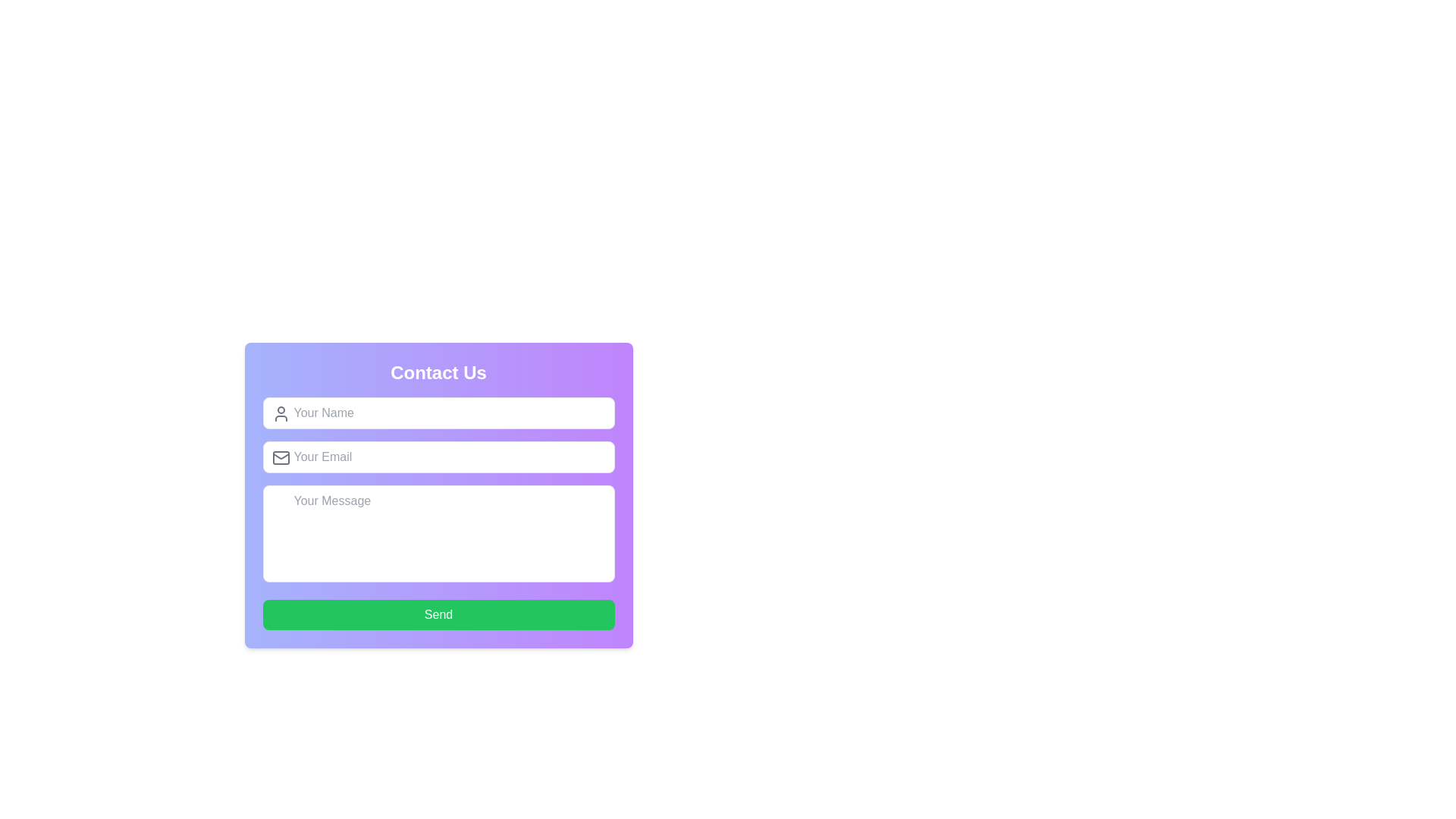 This screenshot has height=819, width=1456. I want to click on the green 'Send' button at the bottom of the form, so click(438, 614).